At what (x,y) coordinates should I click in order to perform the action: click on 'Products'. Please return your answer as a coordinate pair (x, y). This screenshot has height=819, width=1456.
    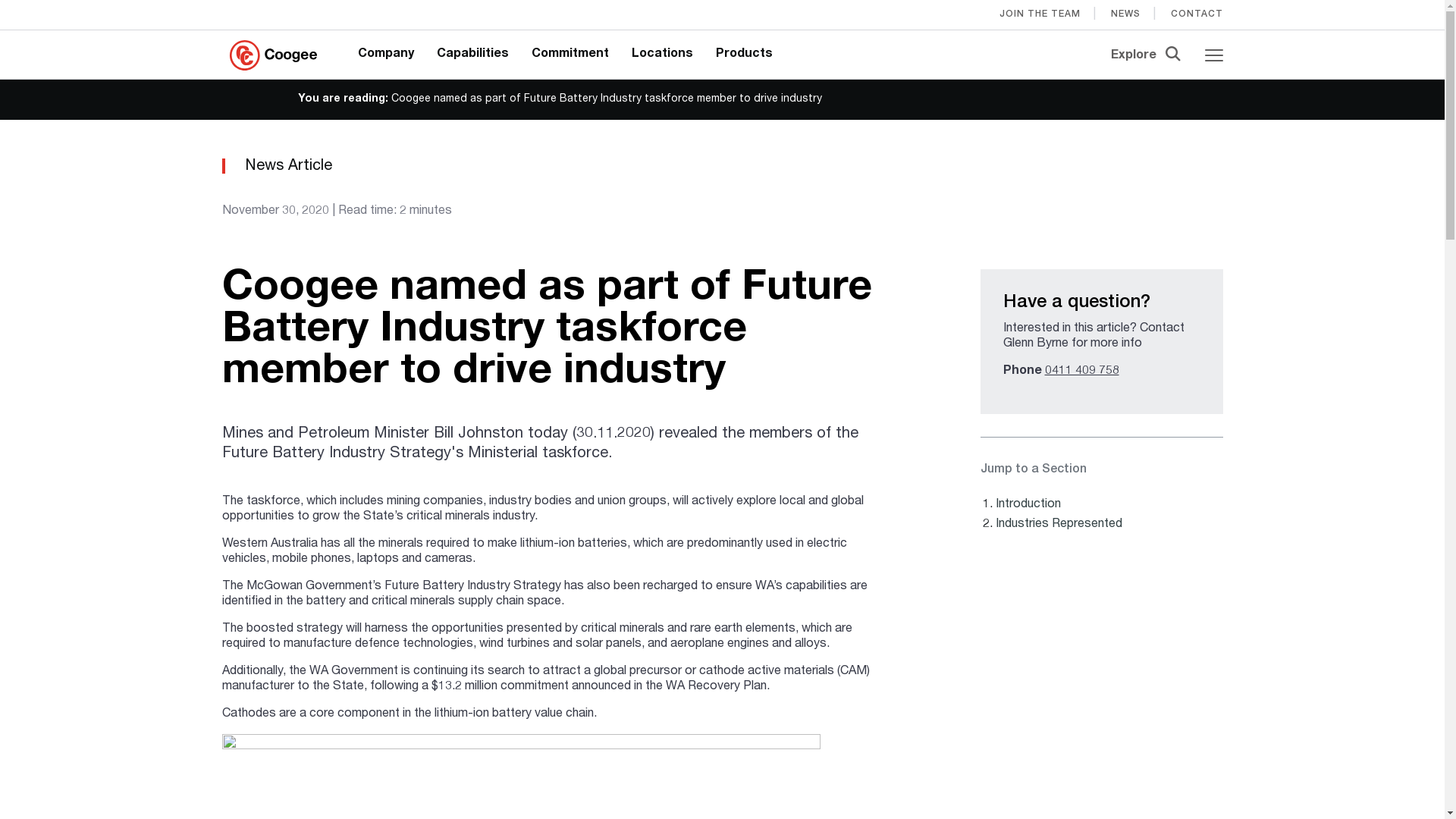
    Looking at the image, I should click on (744, 54).